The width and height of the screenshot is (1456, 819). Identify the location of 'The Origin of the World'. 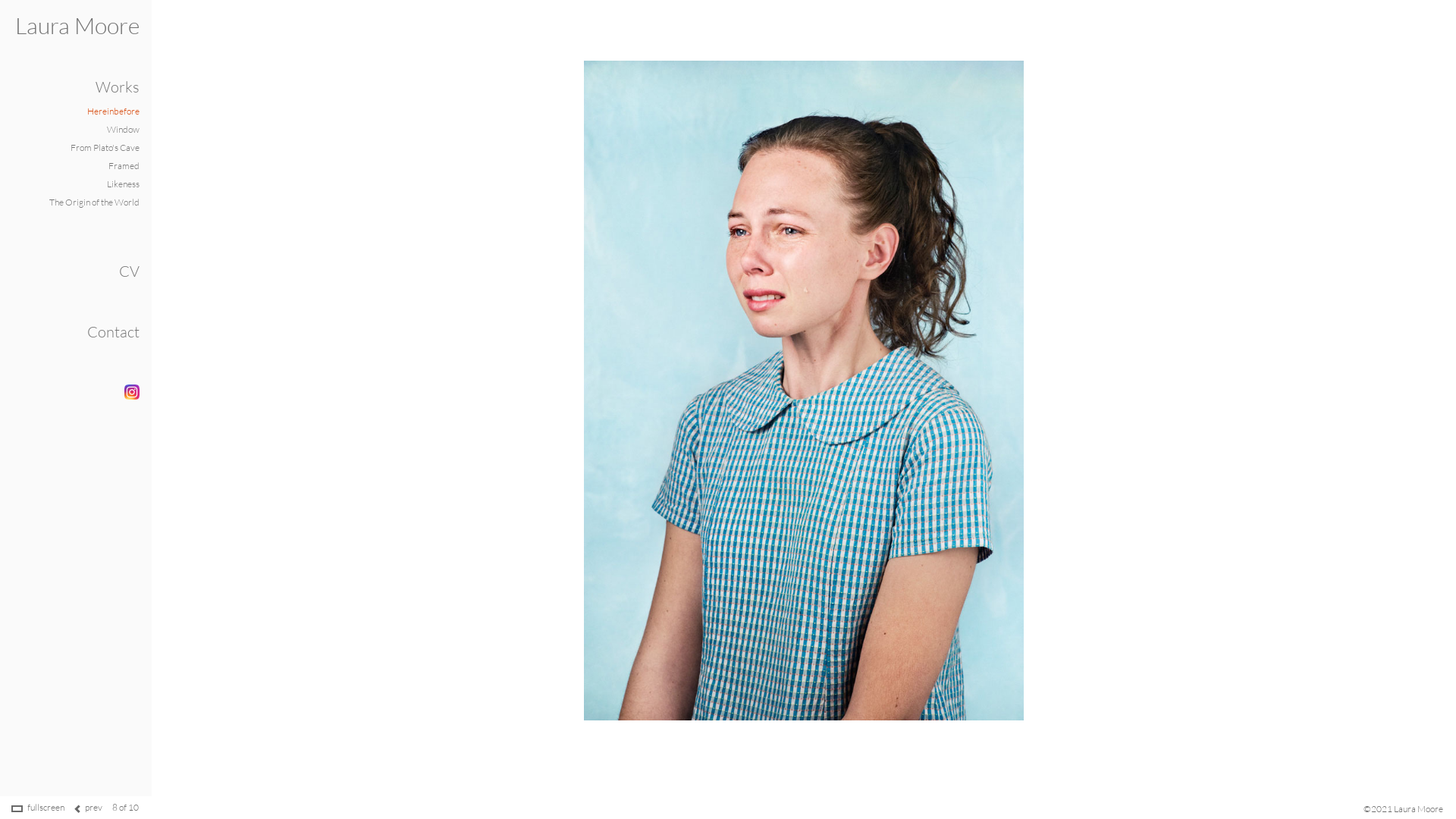
(93, 201).